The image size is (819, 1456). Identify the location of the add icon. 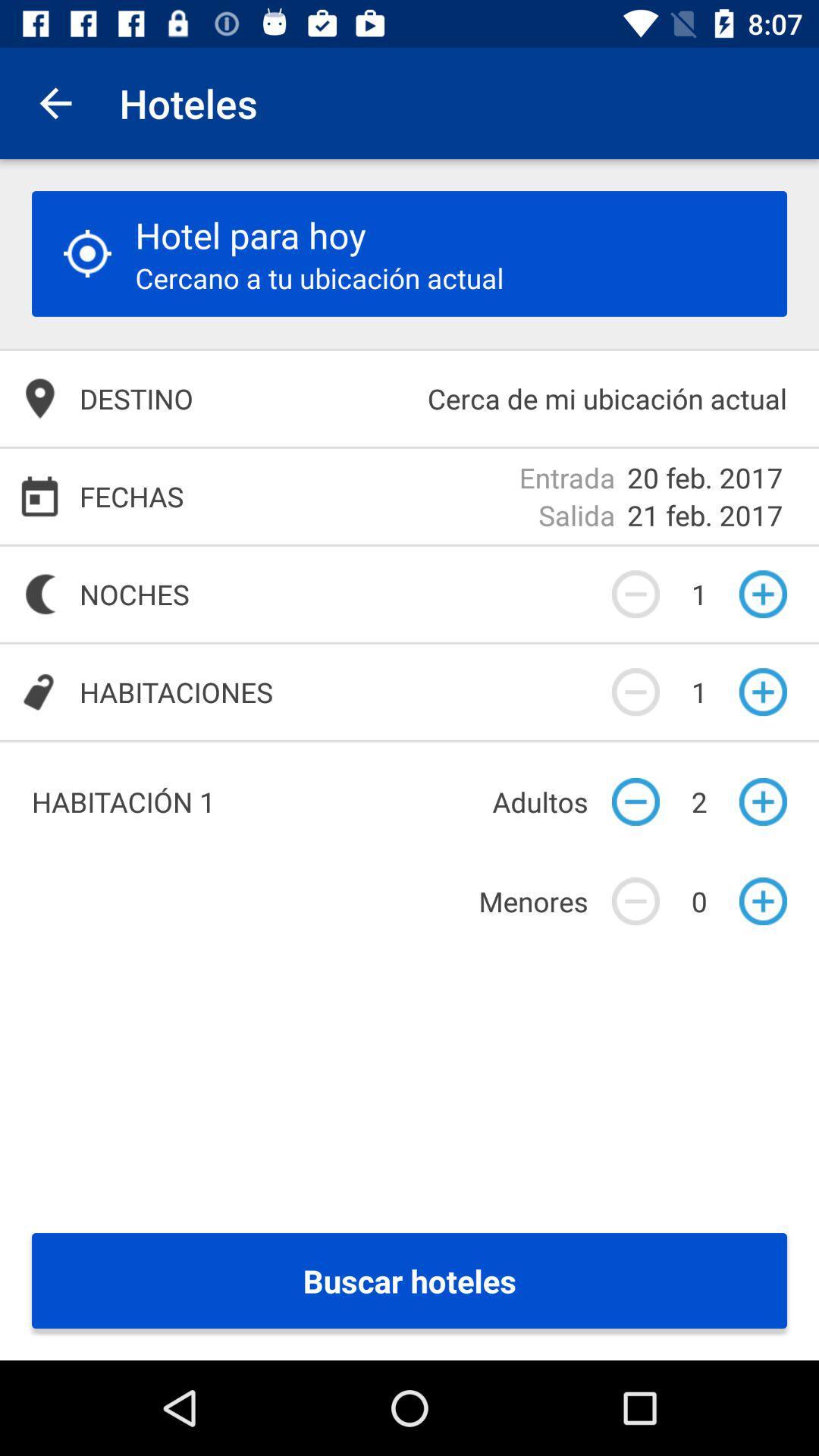
(763, 691).